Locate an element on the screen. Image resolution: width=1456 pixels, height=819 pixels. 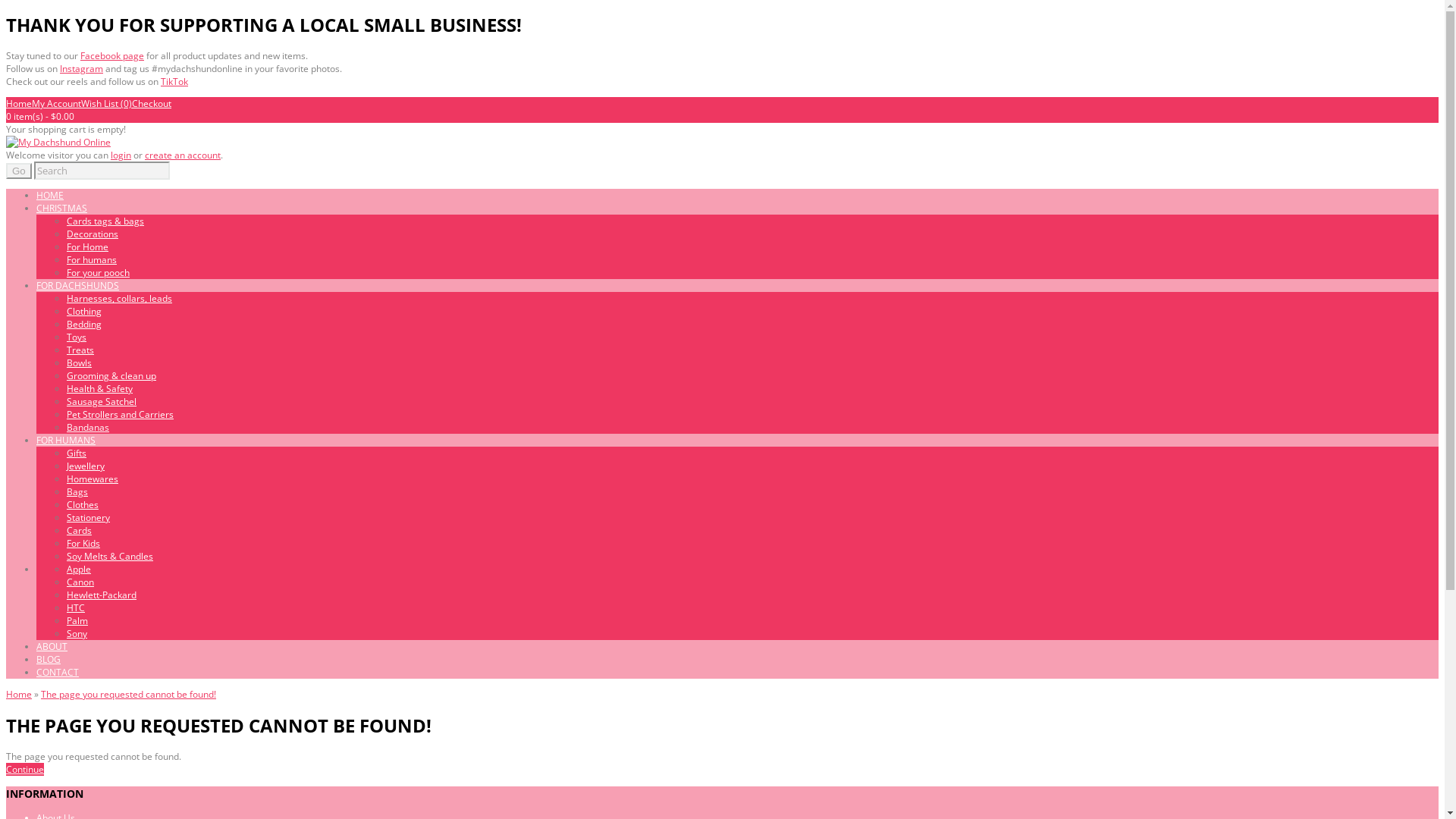
'Wish List (0)' is located at coordinates (105, 102).